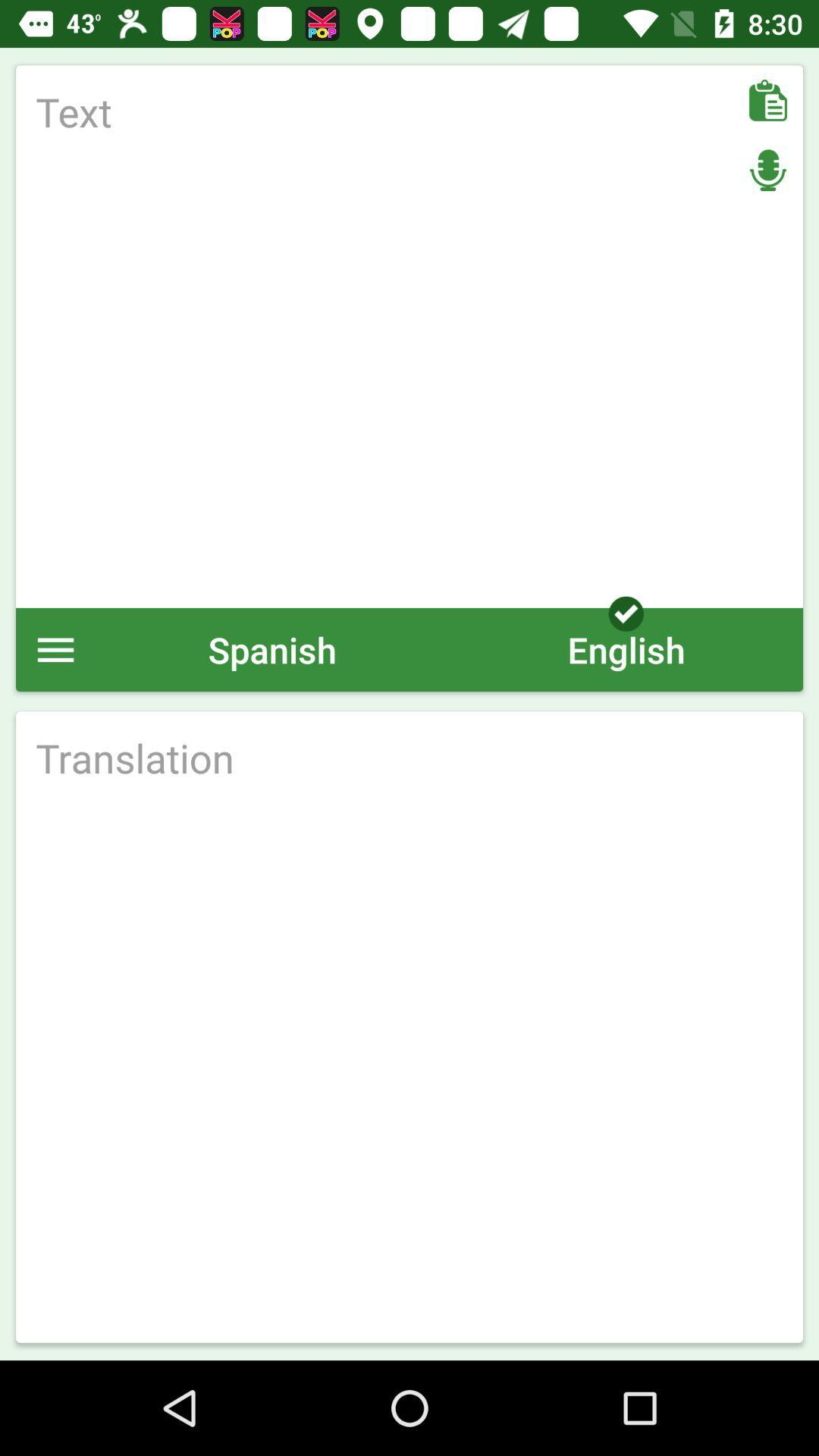  I want to click on the icon next to the english, so click(271, 649).